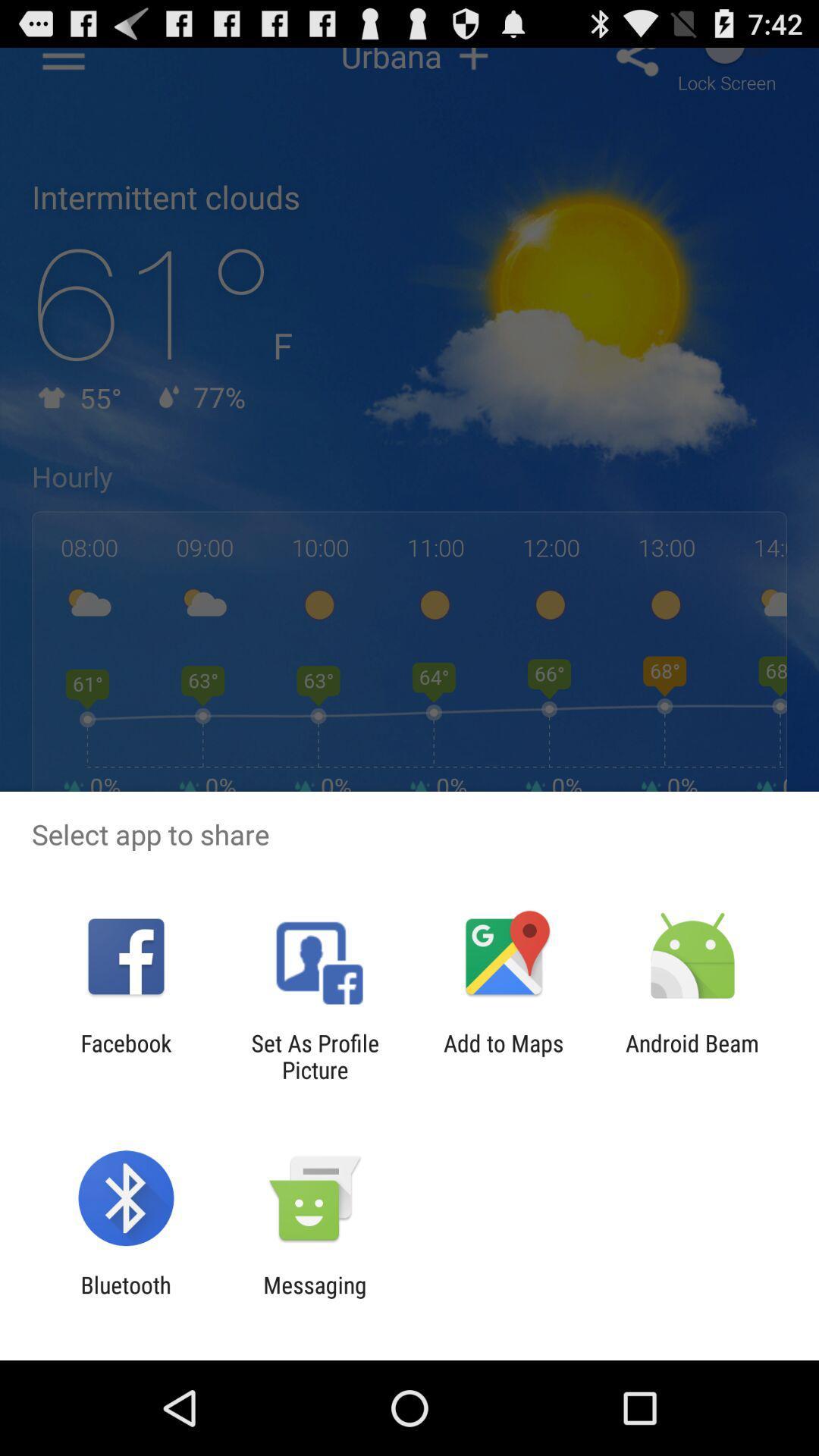 The height and width of the screenshot is (1456, 819). I want to click on the icon to the right of set as profile item, so click(504, 1056).